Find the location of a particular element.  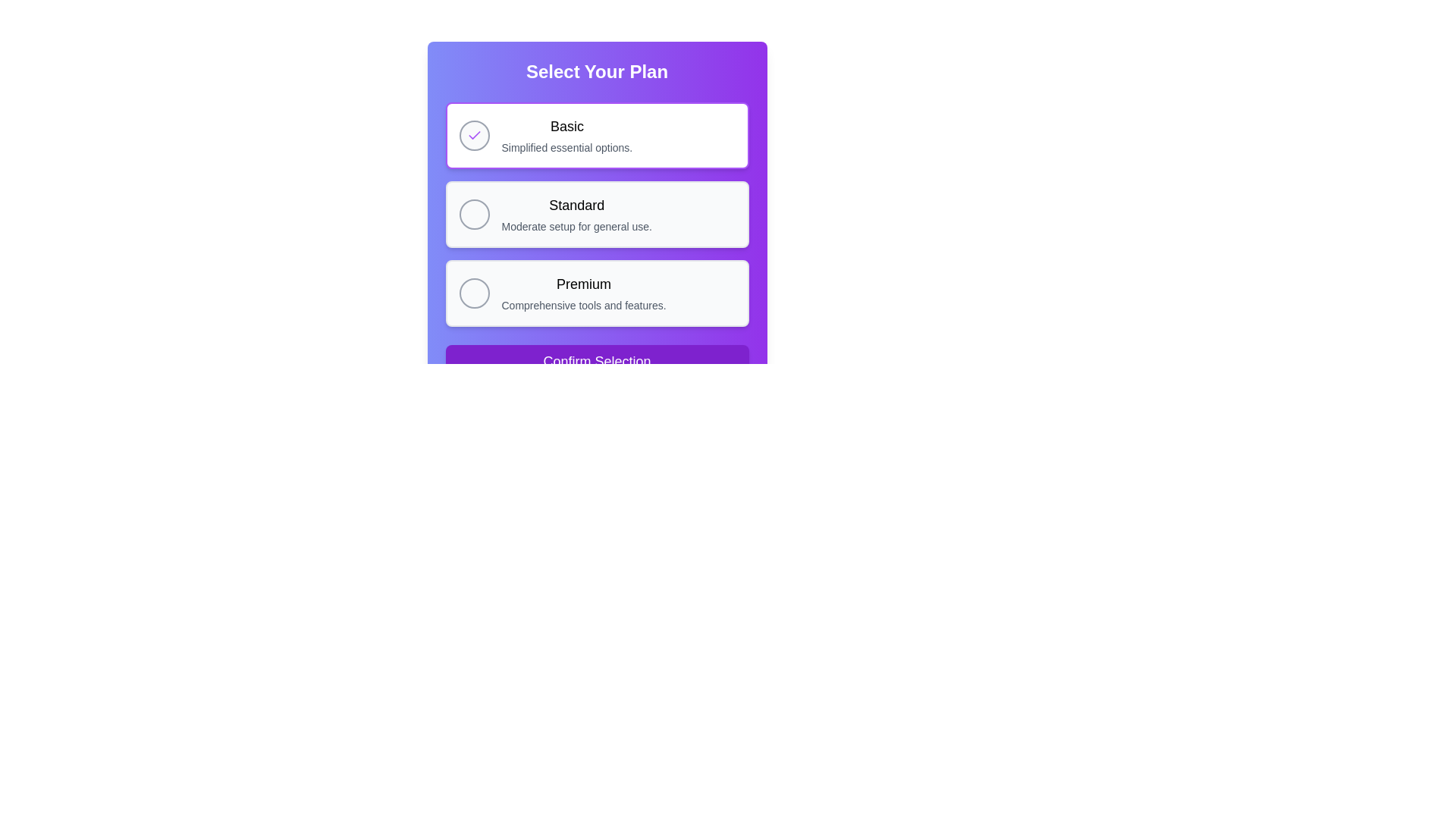

the 'Confirm Selection' button with a purple background to observe its color change effect is located at coordinates (596, 362).